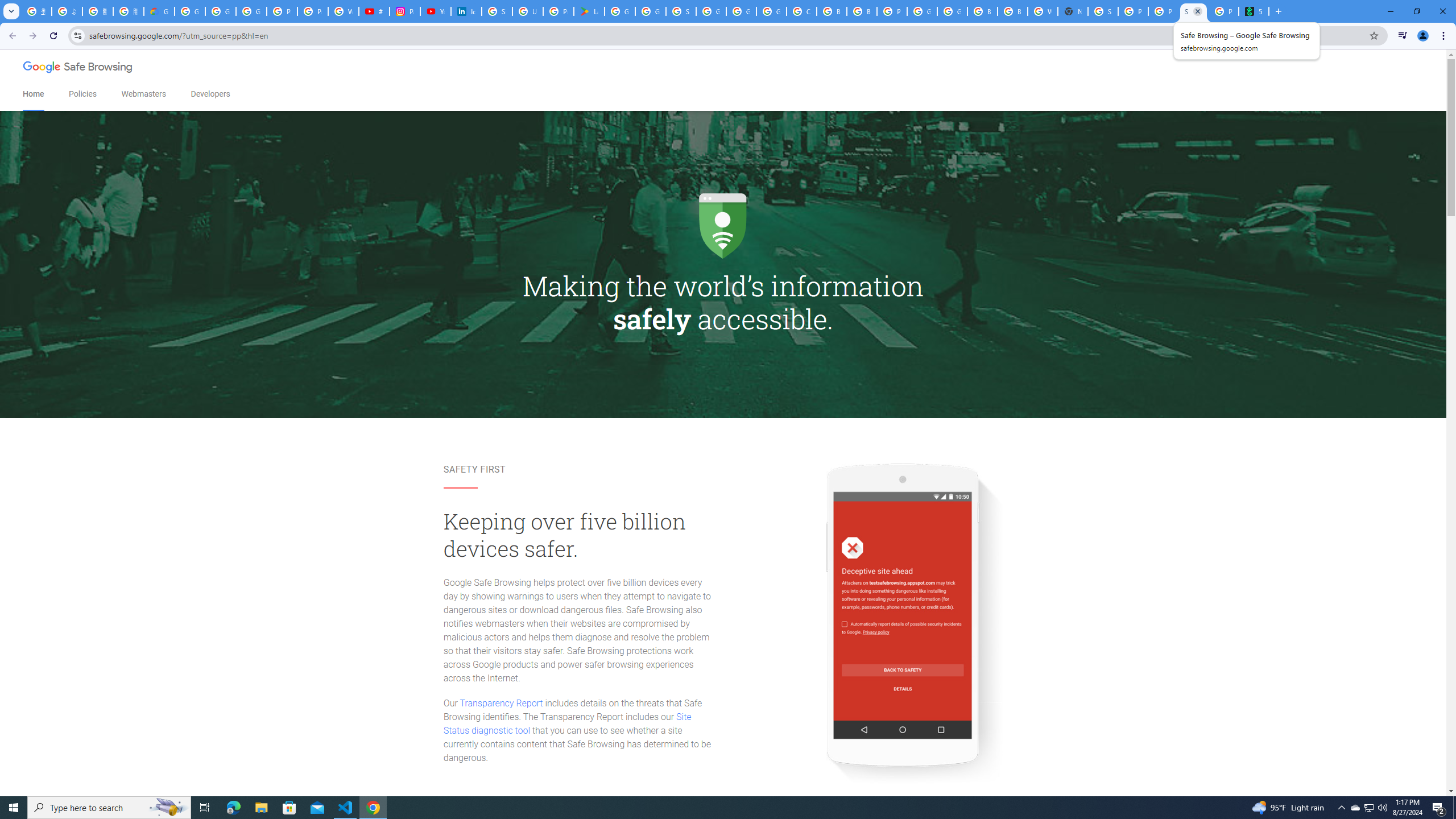 The height and width of the screenshot is (819, 1456). Describe the element at coordinates (81, 94) in the screenshot. I see `'Policies'` at that location.